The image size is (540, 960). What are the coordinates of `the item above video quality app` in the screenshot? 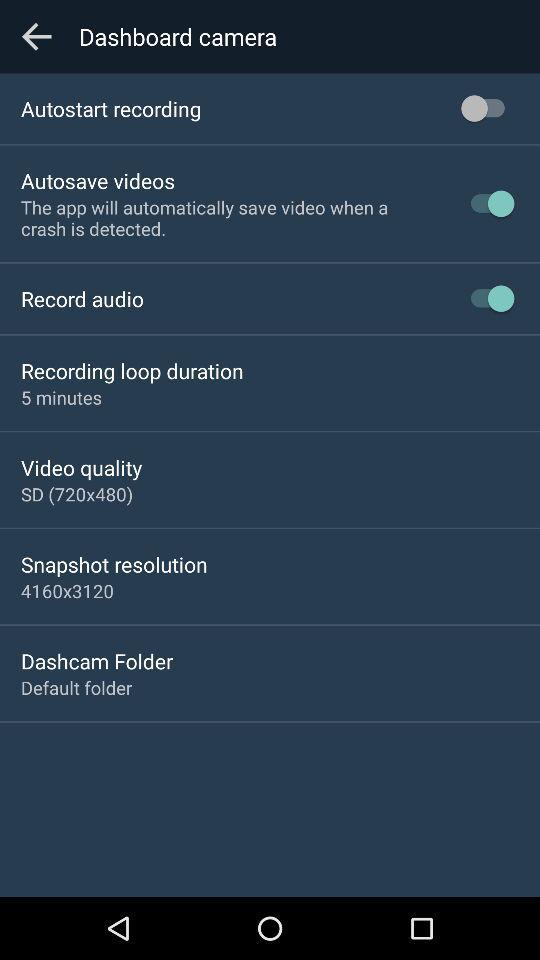 It's located at (61, 396).